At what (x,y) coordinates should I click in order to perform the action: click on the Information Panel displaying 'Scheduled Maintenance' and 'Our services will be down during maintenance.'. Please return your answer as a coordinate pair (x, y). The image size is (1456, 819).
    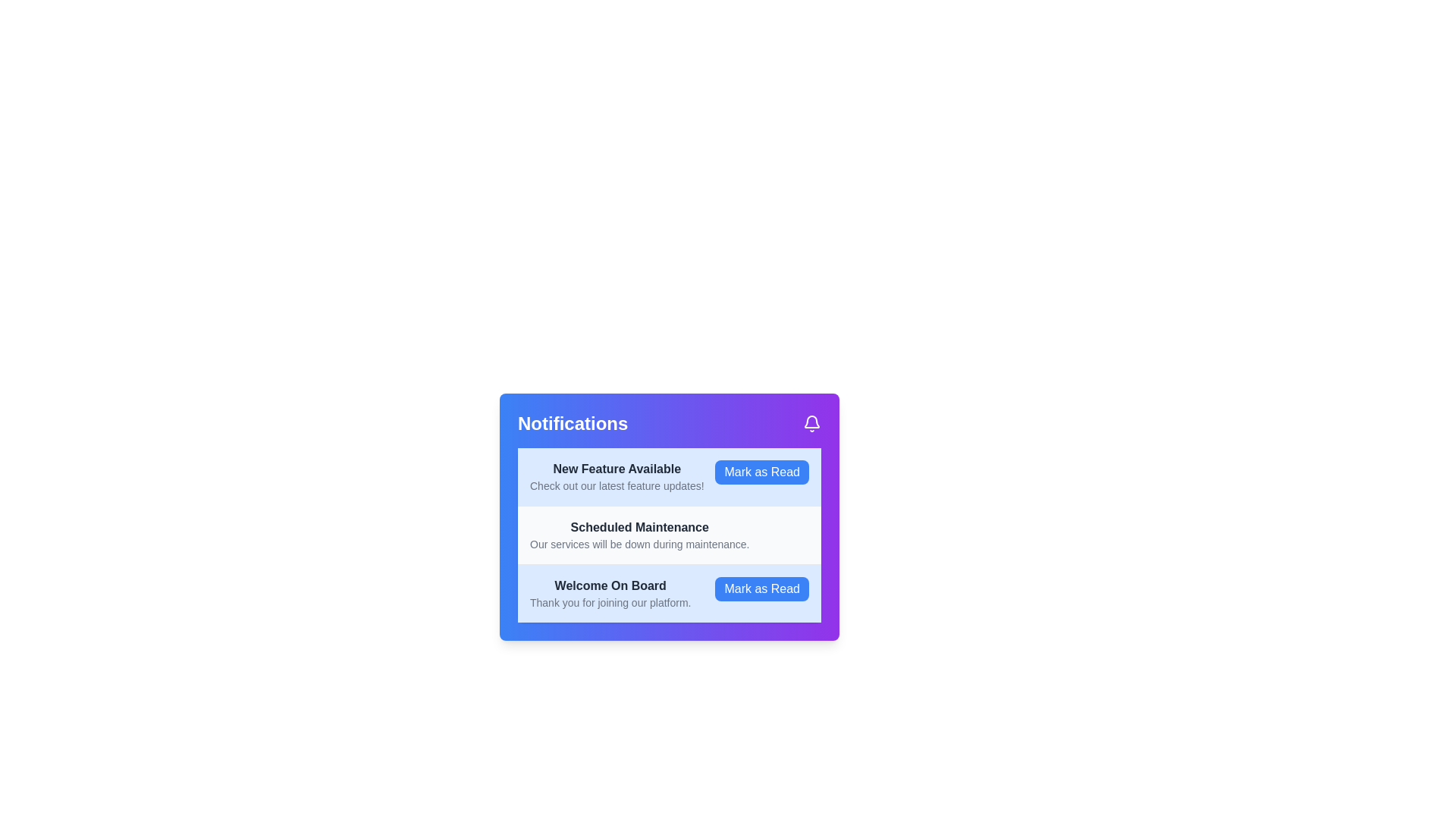
    Looking at the image, I should click on (639, 534).